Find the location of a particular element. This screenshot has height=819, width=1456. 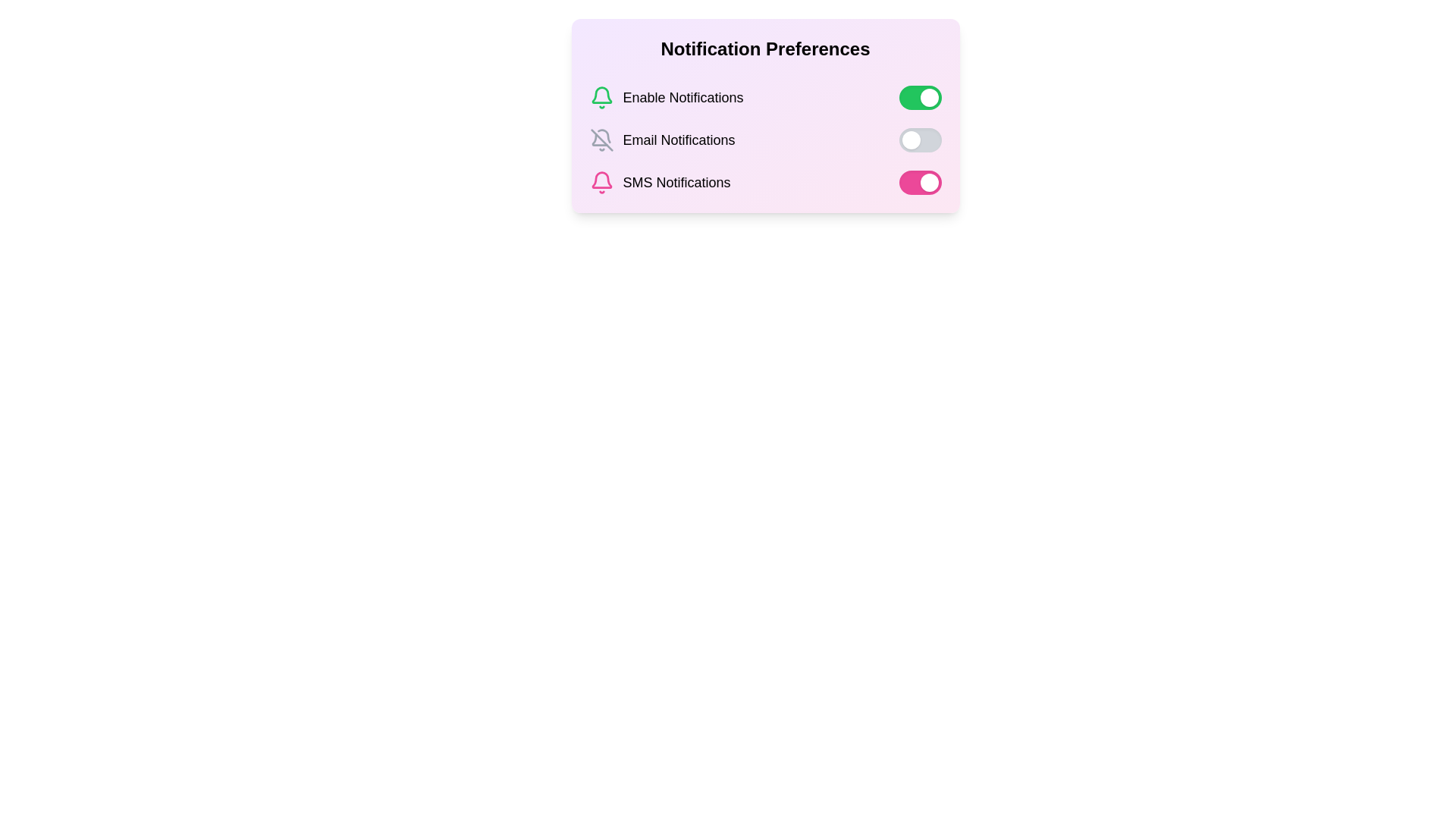

the circular indicator of the 'Enable Notifications' toggle switch is located at coordinates (928, 97).